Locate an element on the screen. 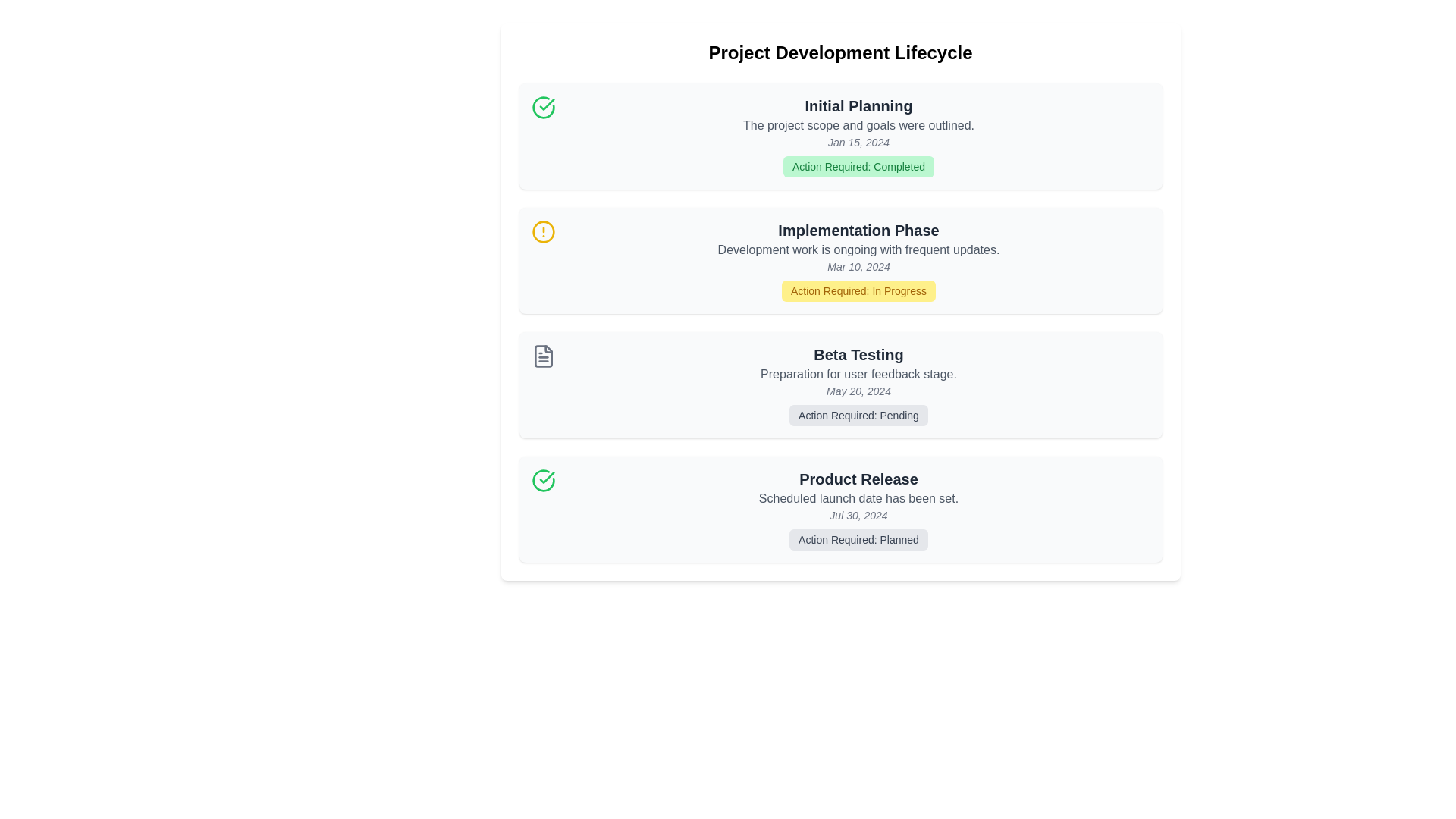 This screenshot has height=819, width=1456. the check mark icon within the confirmation icon of the 'Initial Planning' step in the 'Project Development Lifecycle' interface is located at coordinates (546, 476).